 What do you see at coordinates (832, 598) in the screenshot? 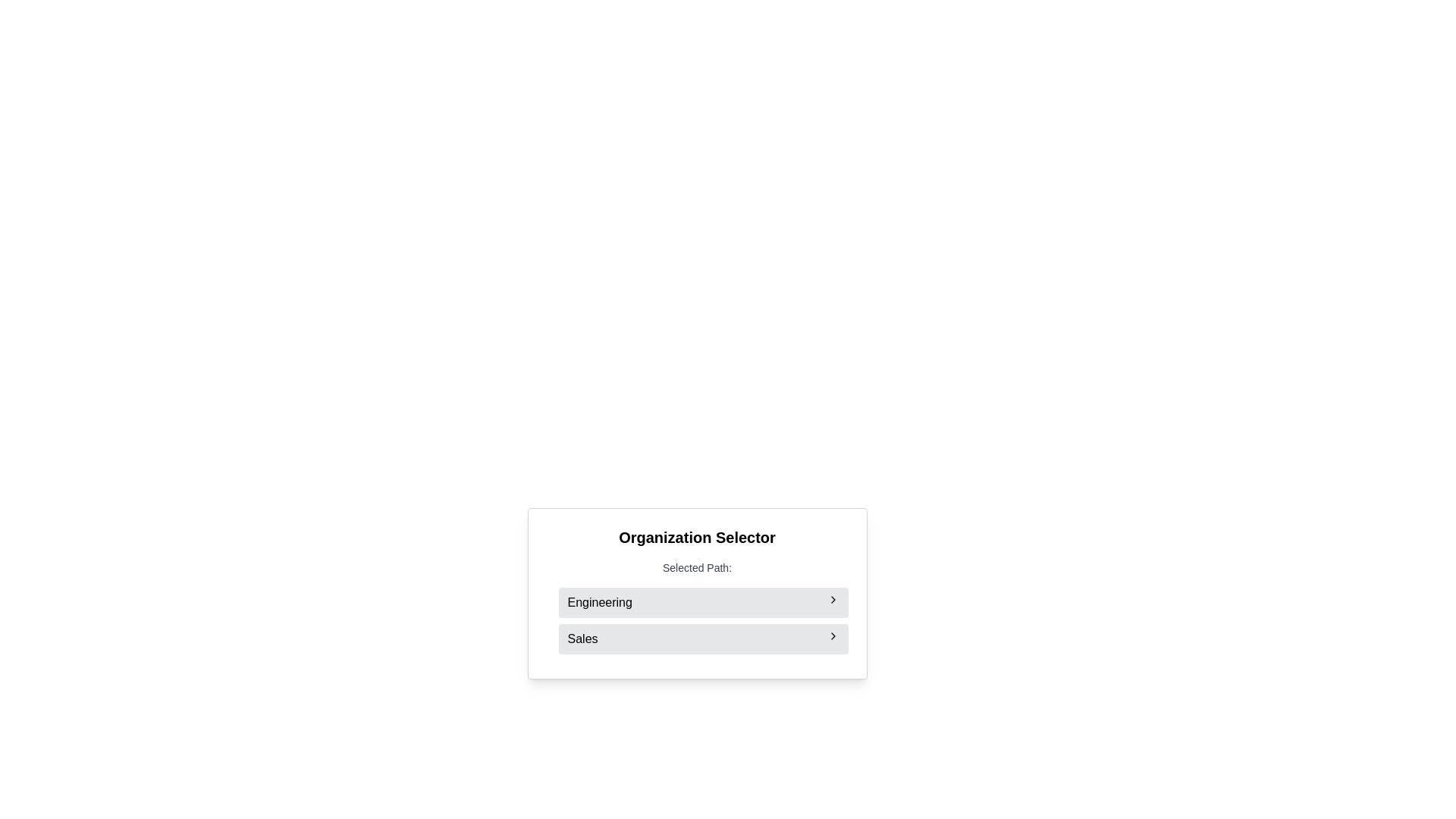
I see `the right-facing chevron icon located at the far-right of the 'Engineering' row` at bounding box center [832, 598].